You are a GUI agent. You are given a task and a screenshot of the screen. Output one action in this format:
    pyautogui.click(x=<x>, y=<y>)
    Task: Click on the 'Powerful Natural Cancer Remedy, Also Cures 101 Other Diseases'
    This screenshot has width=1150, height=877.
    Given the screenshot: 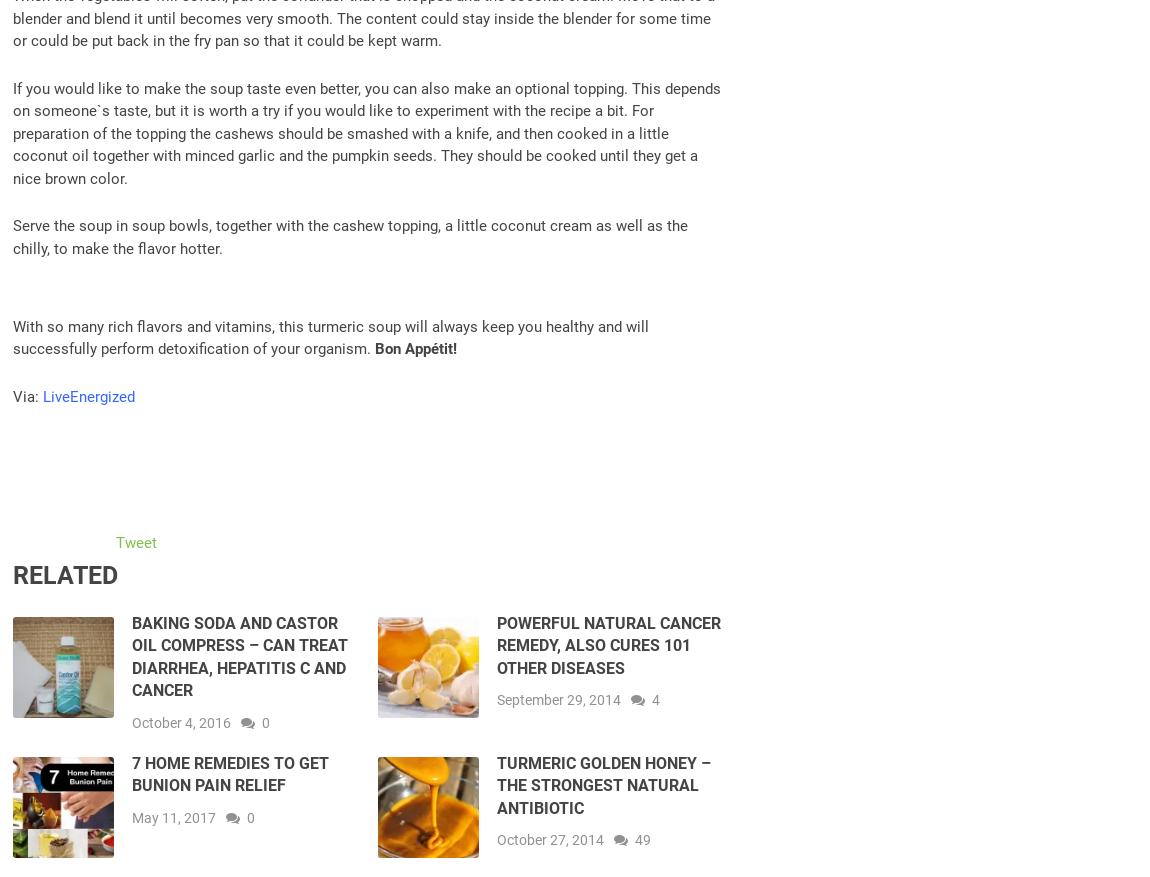 What is the action you would take?
    pyautogui.click(x=495, y=645)
    